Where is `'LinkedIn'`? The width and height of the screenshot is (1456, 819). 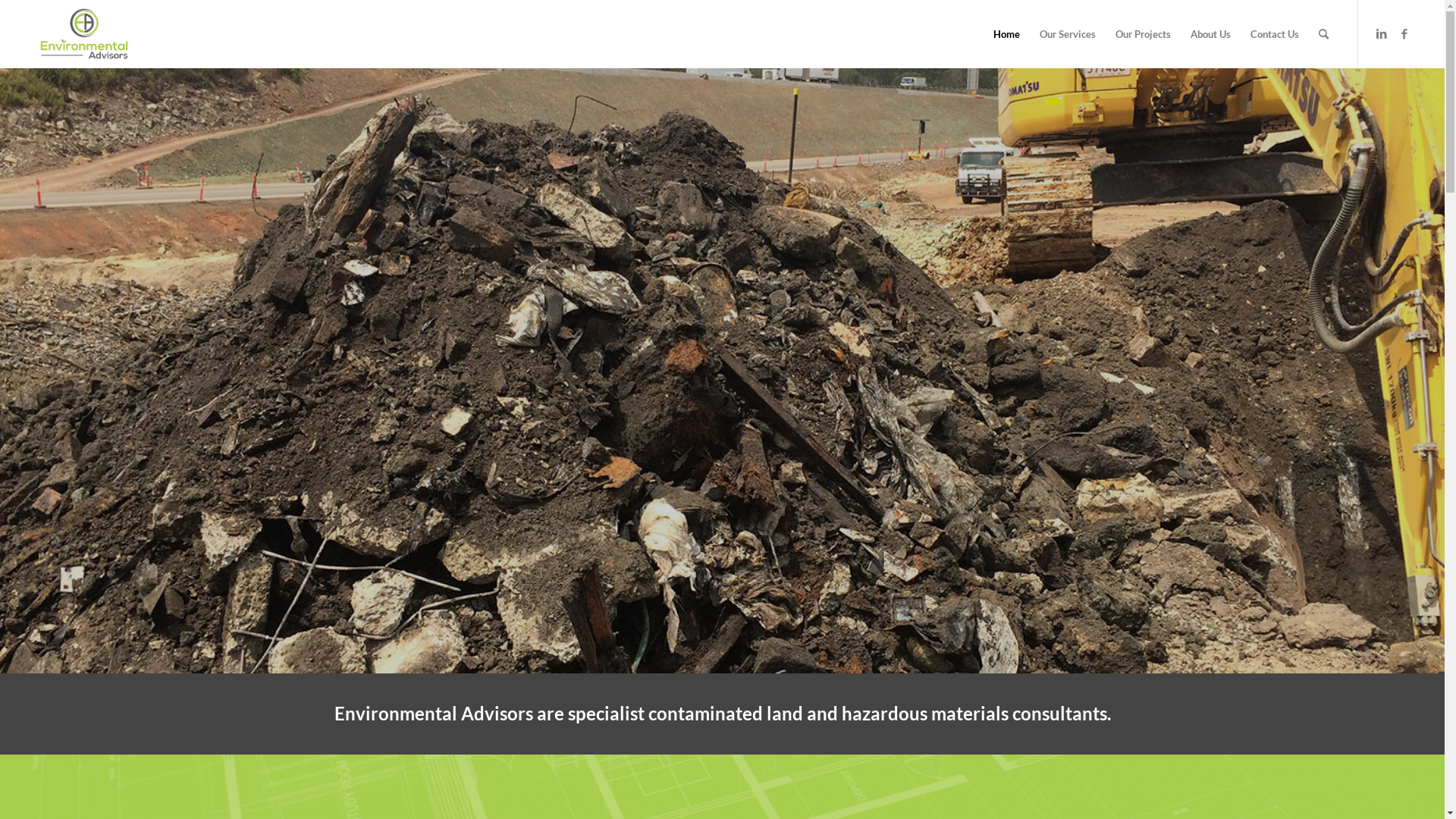
'LinkedIn' is located at coordinates (1382, 33).